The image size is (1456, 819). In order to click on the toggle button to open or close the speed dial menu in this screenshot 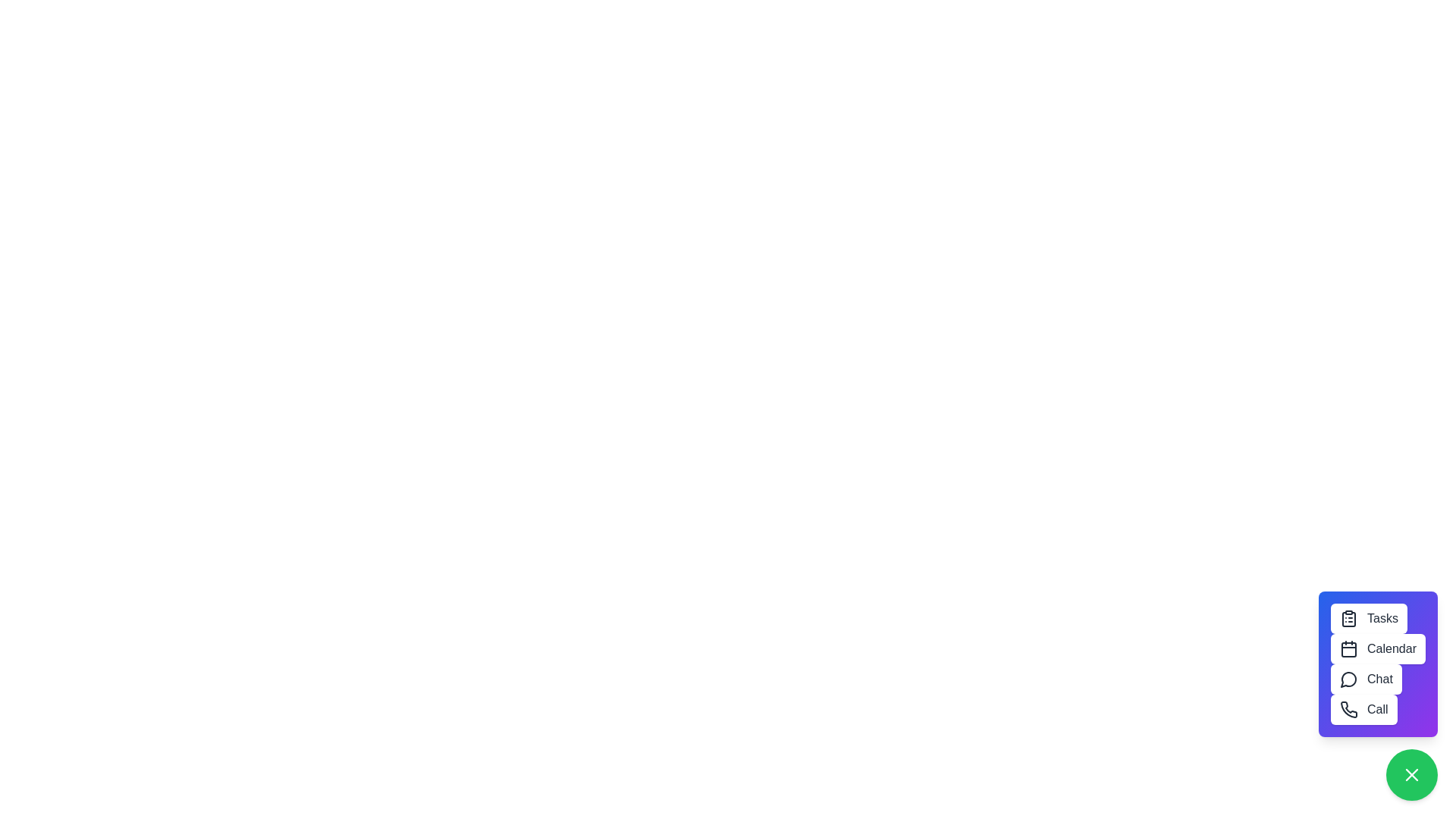, I will do `click(1411, 775)`.